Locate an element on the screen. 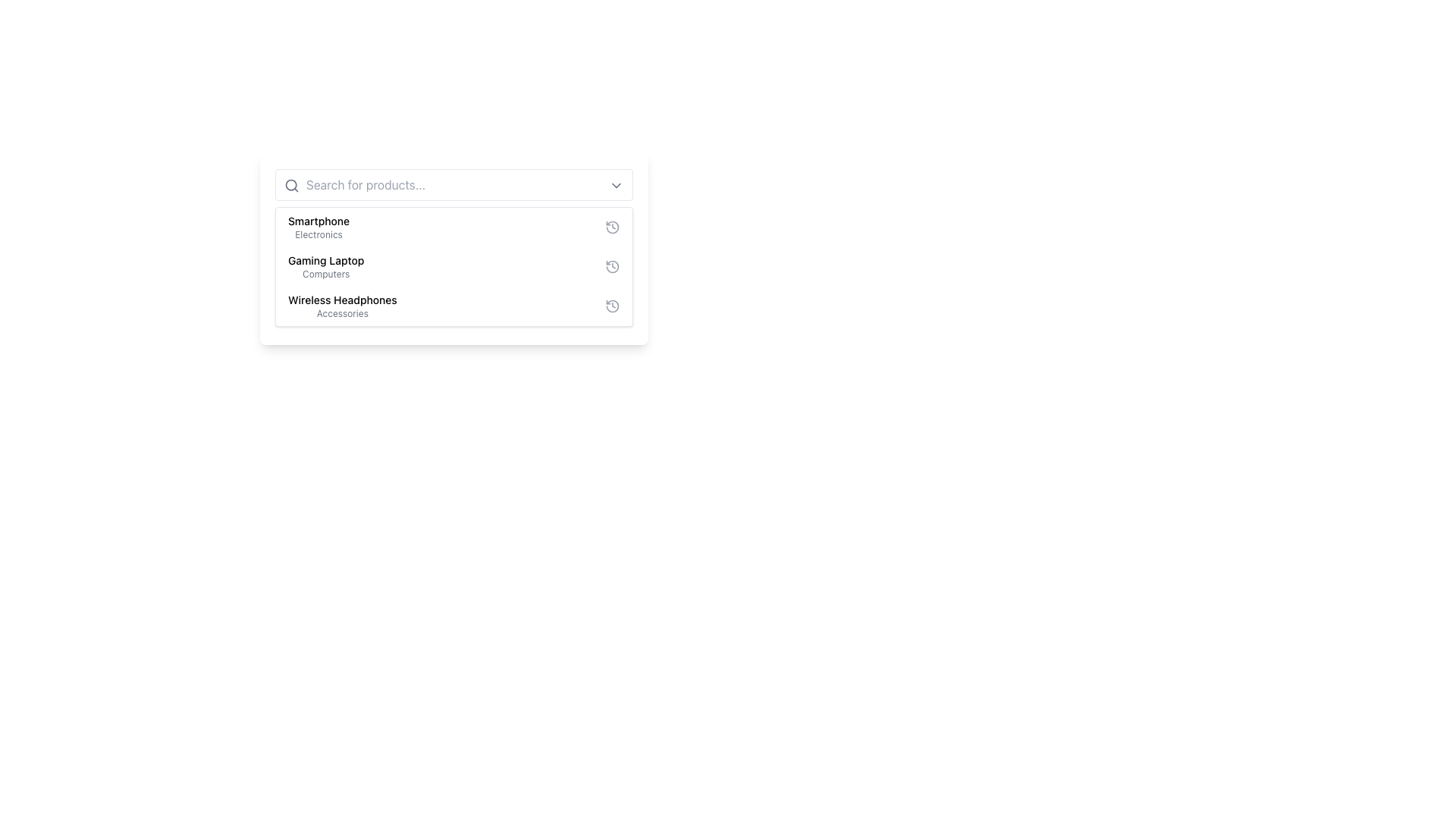 The image size is (1456, 819). the text content of the first item in the dropdown menu under the search bar, which displays the product category 'Smartphone' is located at coordinates (318, 221).